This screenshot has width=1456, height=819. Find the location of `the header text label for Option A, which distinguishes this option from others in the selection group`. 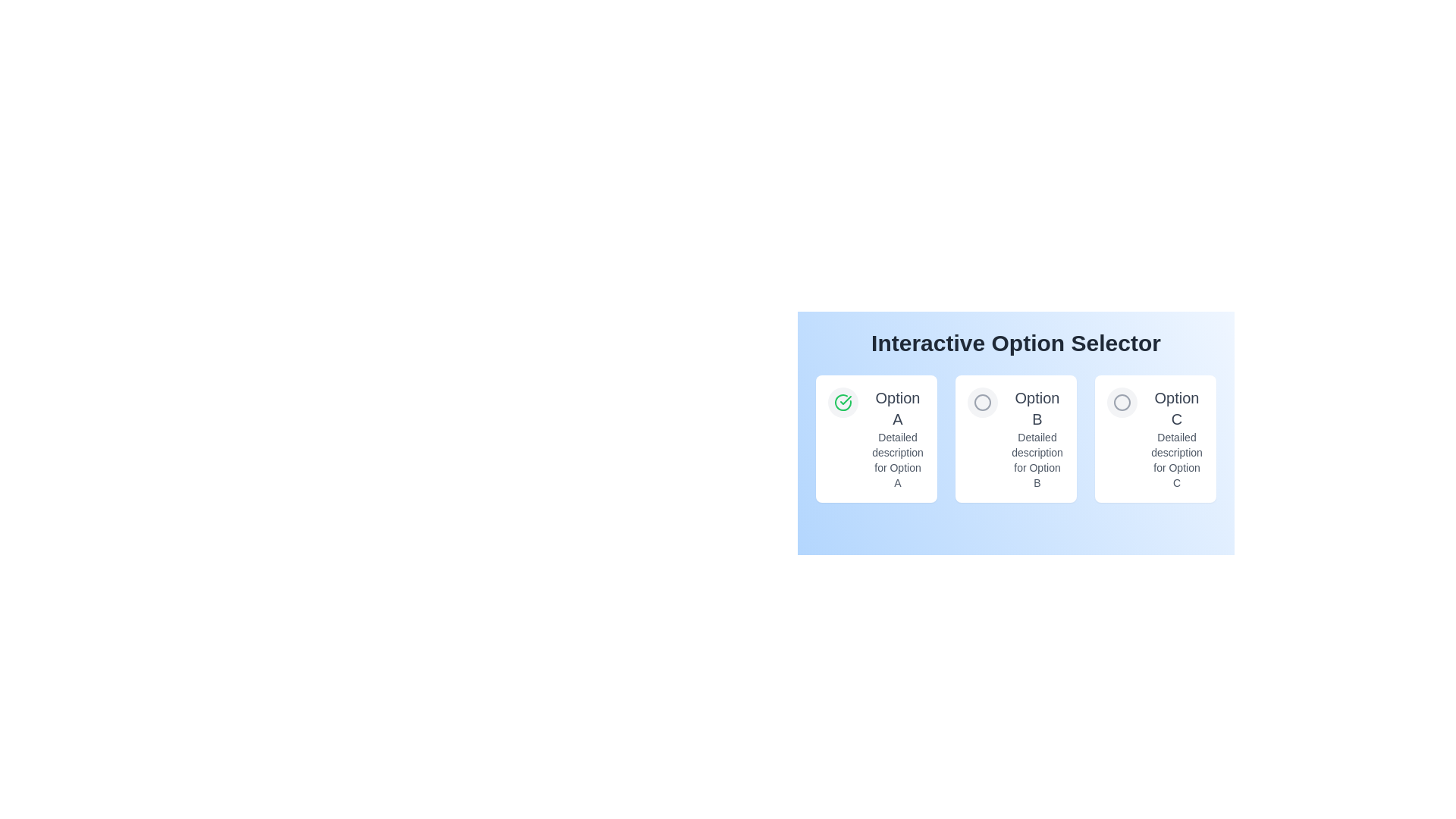

the header text label for Option A, which distinguishes this option from others in the selection group is located at coordinates (898, 408).